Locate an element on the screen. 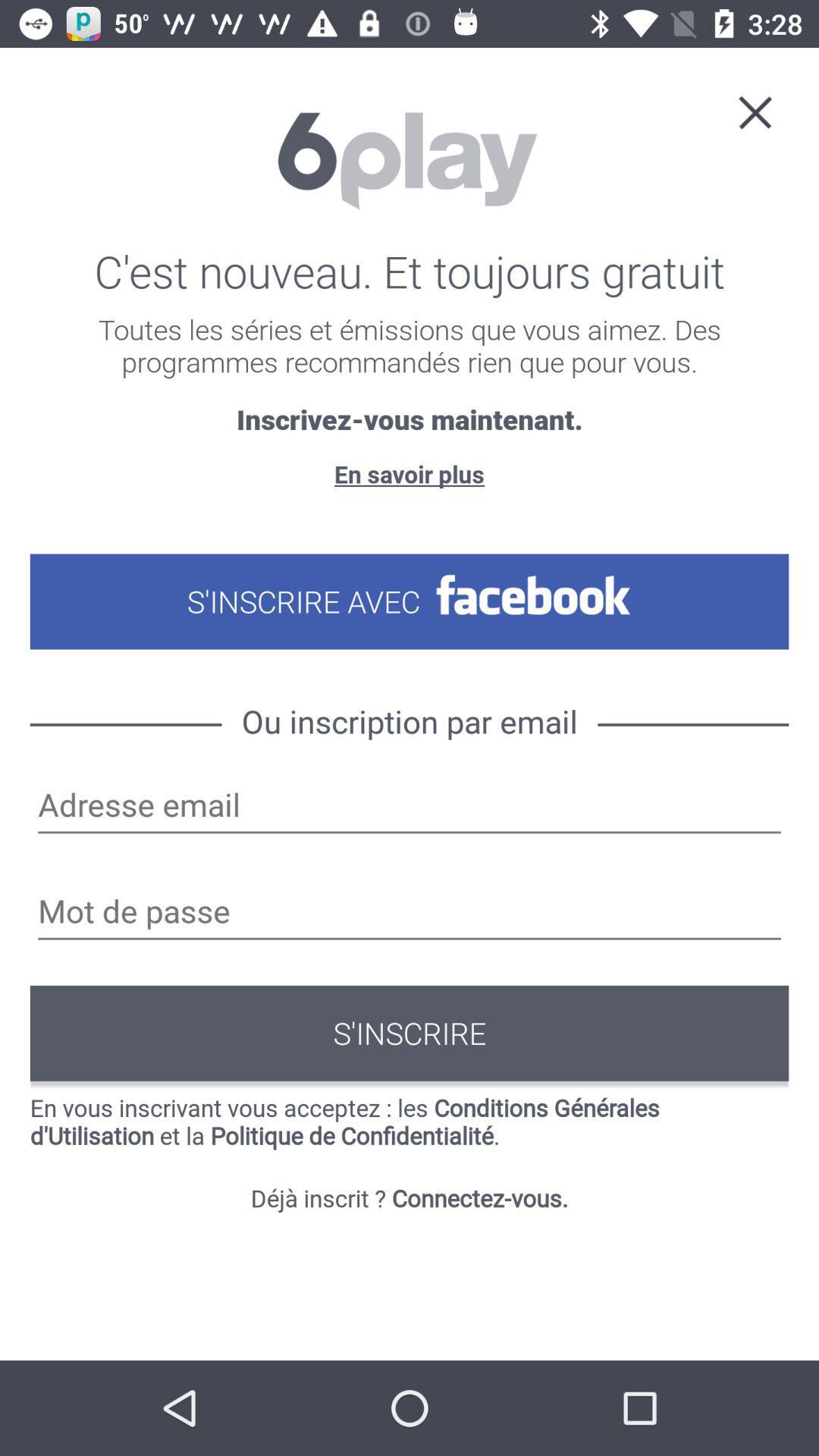 The width and height of the screenshot is (819, 1456). the icon below the inscrivez-vous maintenant. is located at coordinates (409, 473).